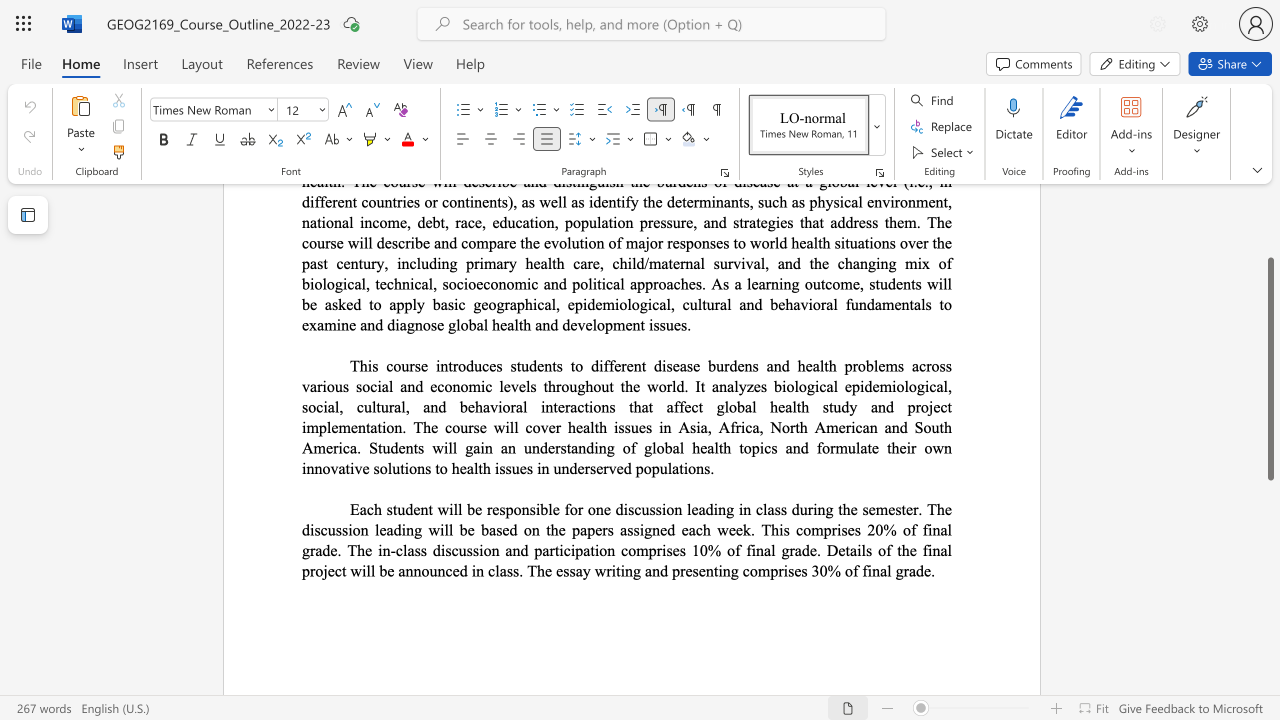 Image resolution: width=1280 pixels, height=720 pixels. I want to click on the scrollbar and move up 90 pixels, so click(1269, 369).